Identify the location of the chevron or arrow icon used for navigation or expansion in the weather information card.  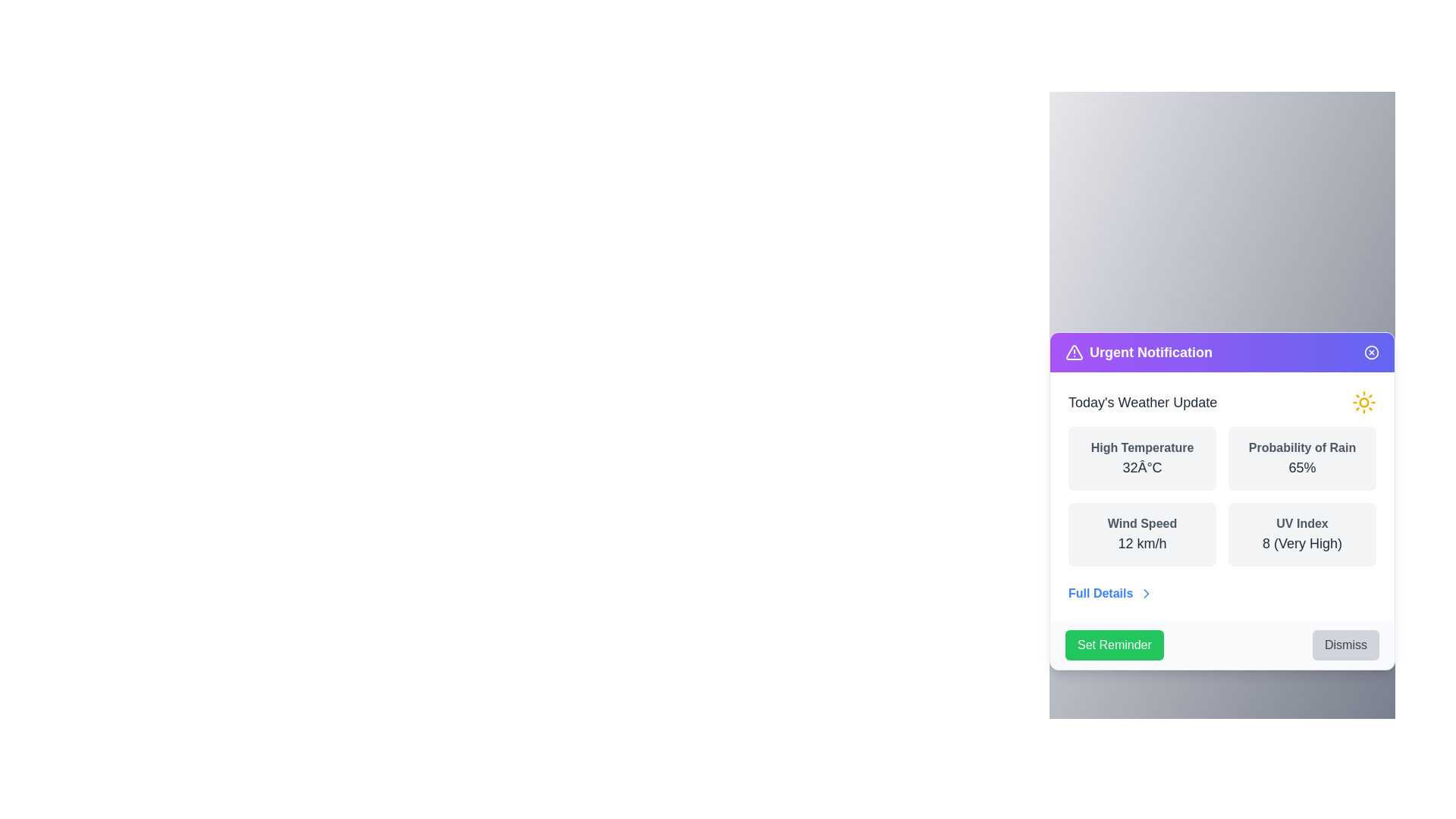
(1147, 593).